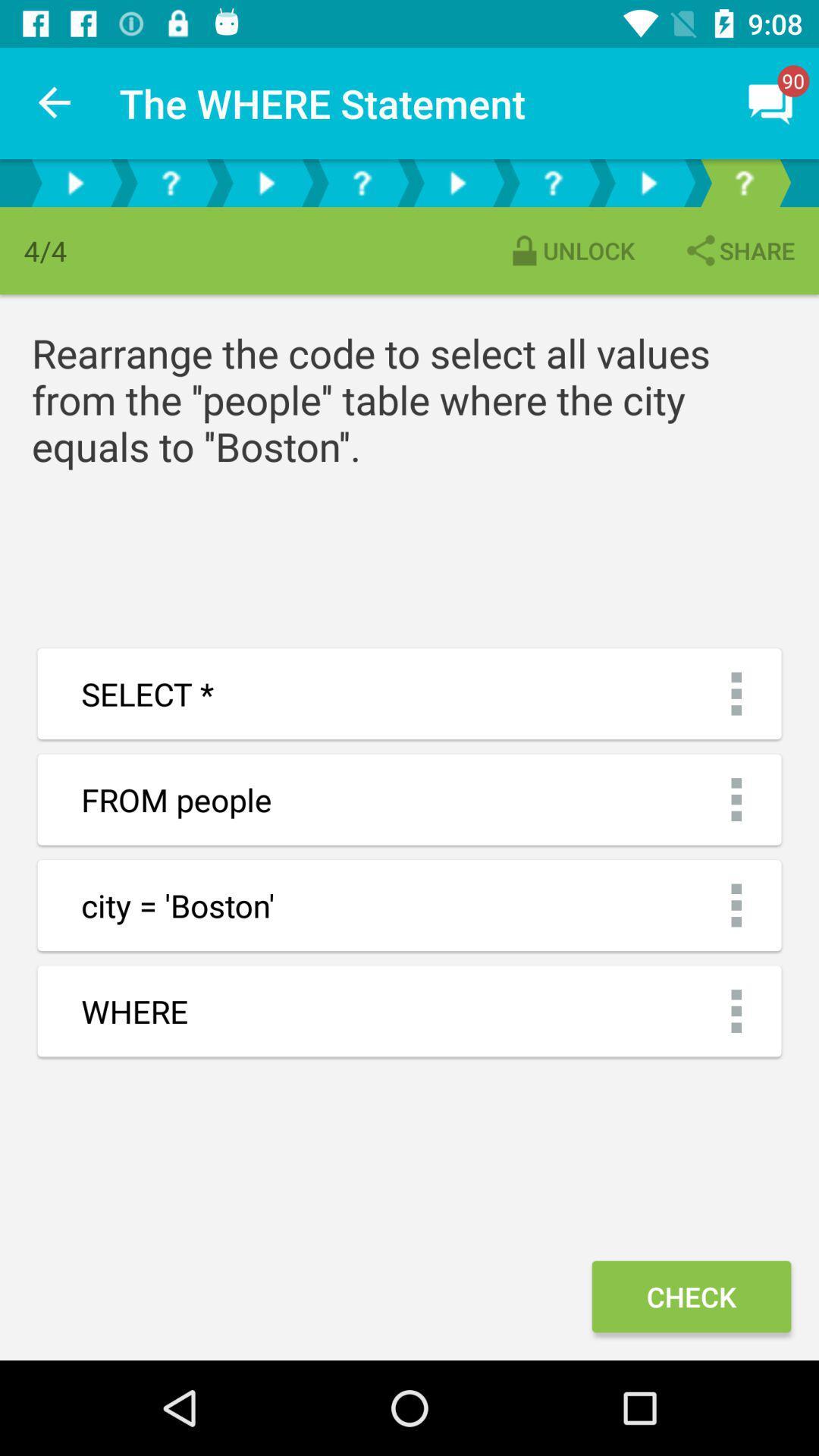 The image size is (819, 1456). What do you see at coordinates (55, 102) in the screenshot?
I see `item next to the where statement` at bounding box center [55, 102].